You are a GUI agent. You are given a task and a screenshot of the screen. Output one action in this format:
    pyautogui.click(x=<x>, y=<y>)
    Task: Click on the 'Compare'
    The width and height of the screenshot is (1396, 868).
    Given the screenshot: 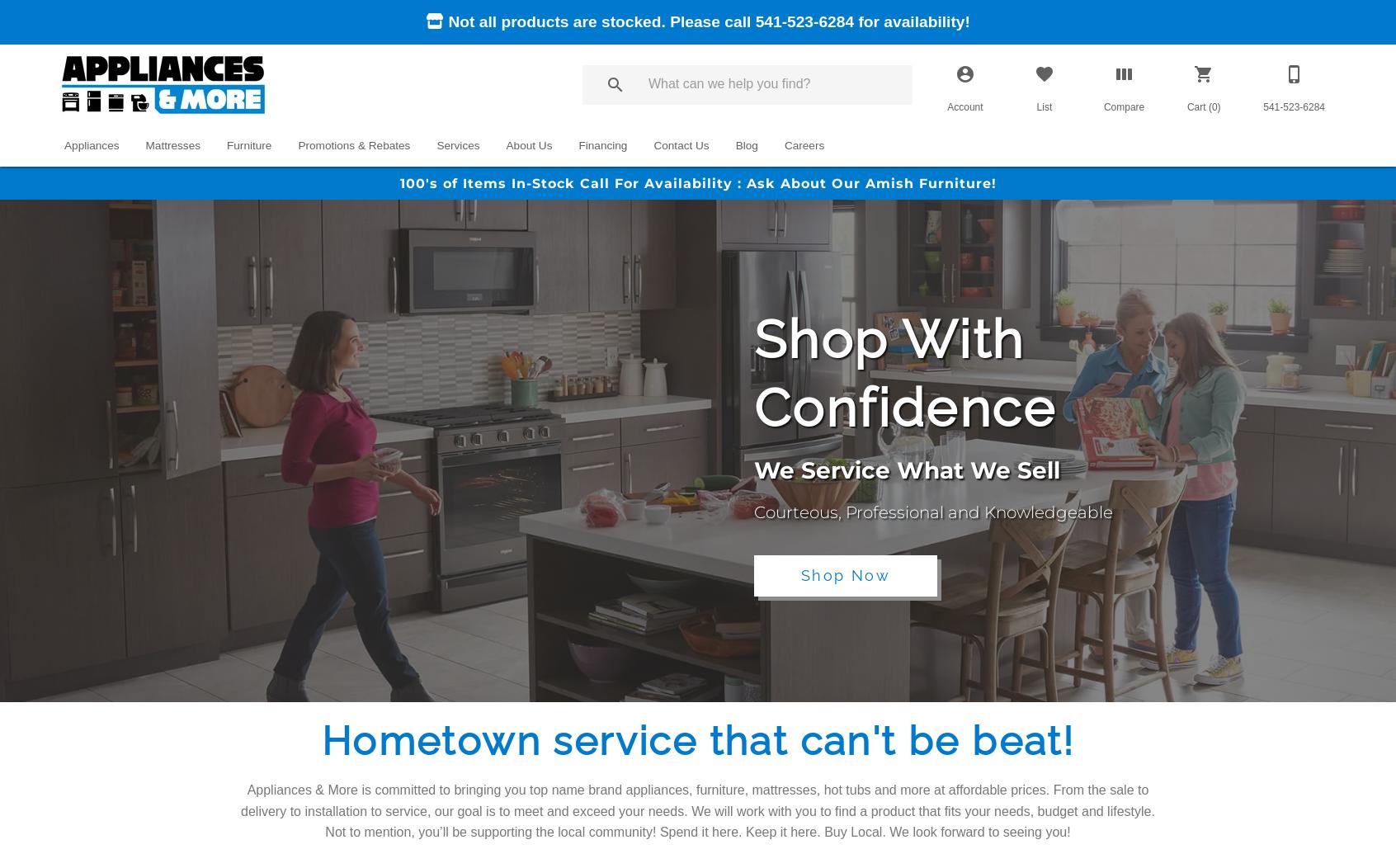 What is the action you would take?
    pyautogui.click(x=1124, y=107)
    